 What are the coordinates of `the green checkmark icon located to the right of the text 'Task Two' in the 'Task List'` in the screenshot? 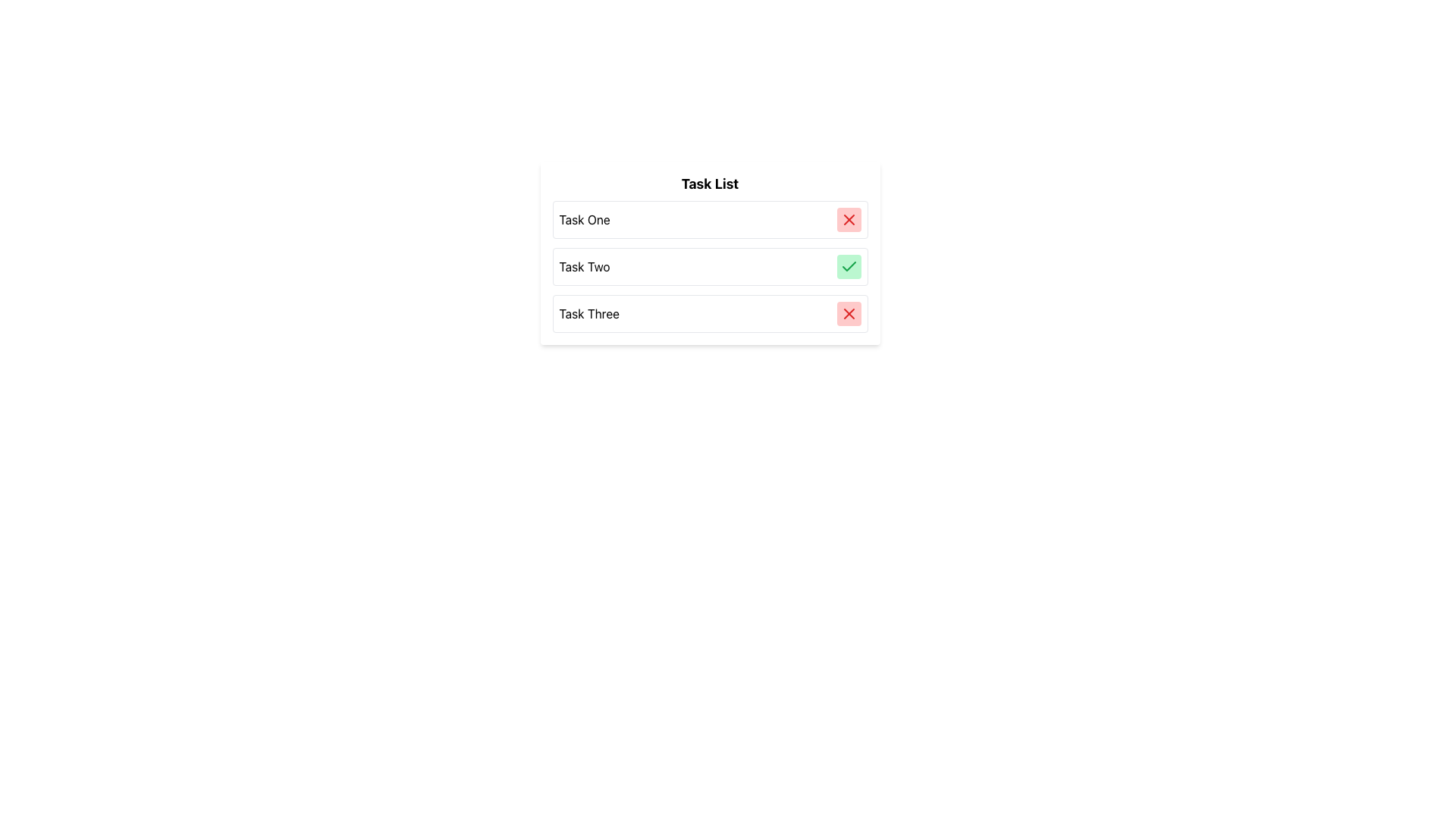 It's located at (848, 265).